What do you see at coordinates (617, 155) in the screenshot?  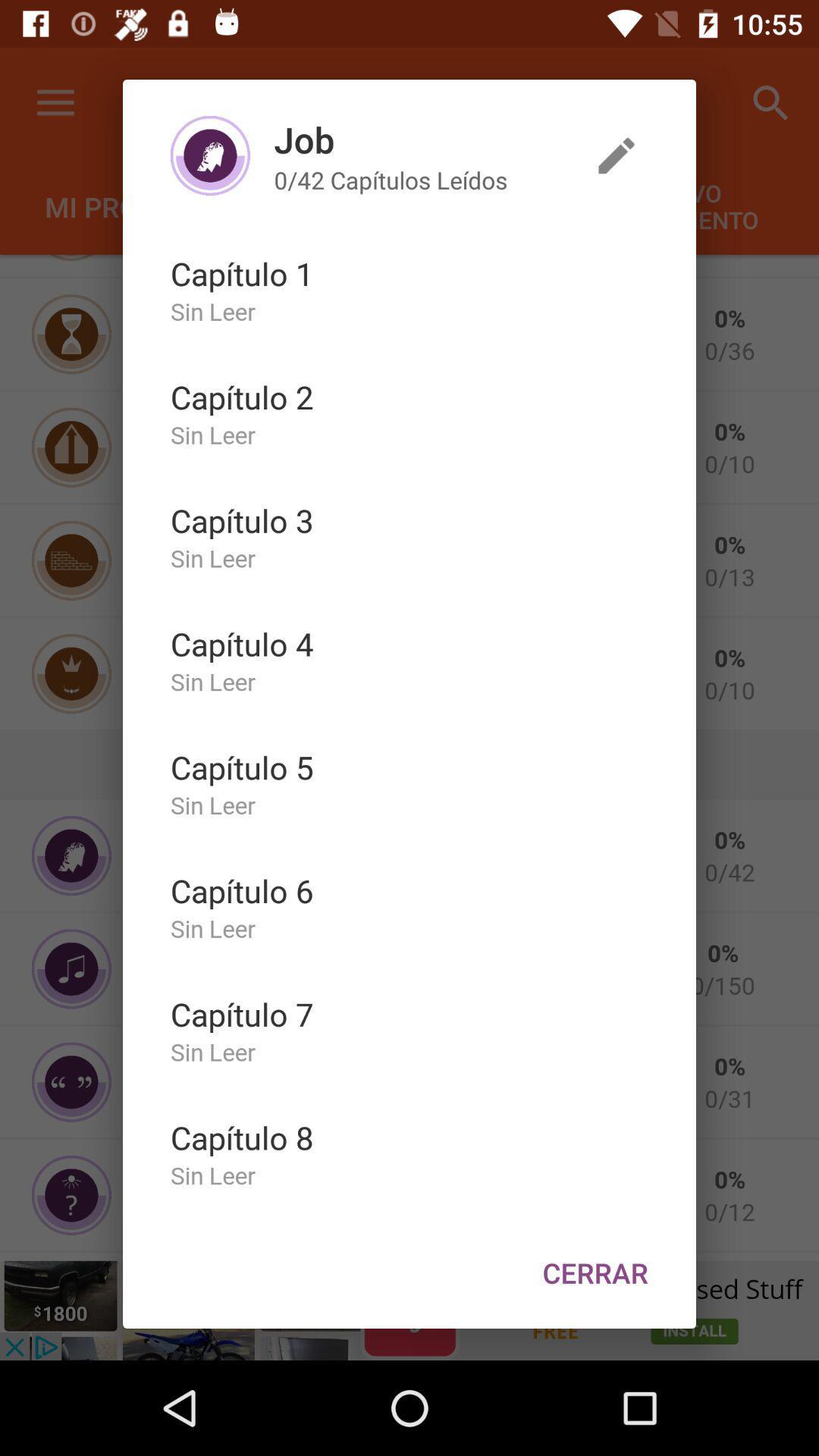 I see `edit these fields` at bounding box center [617, 155].